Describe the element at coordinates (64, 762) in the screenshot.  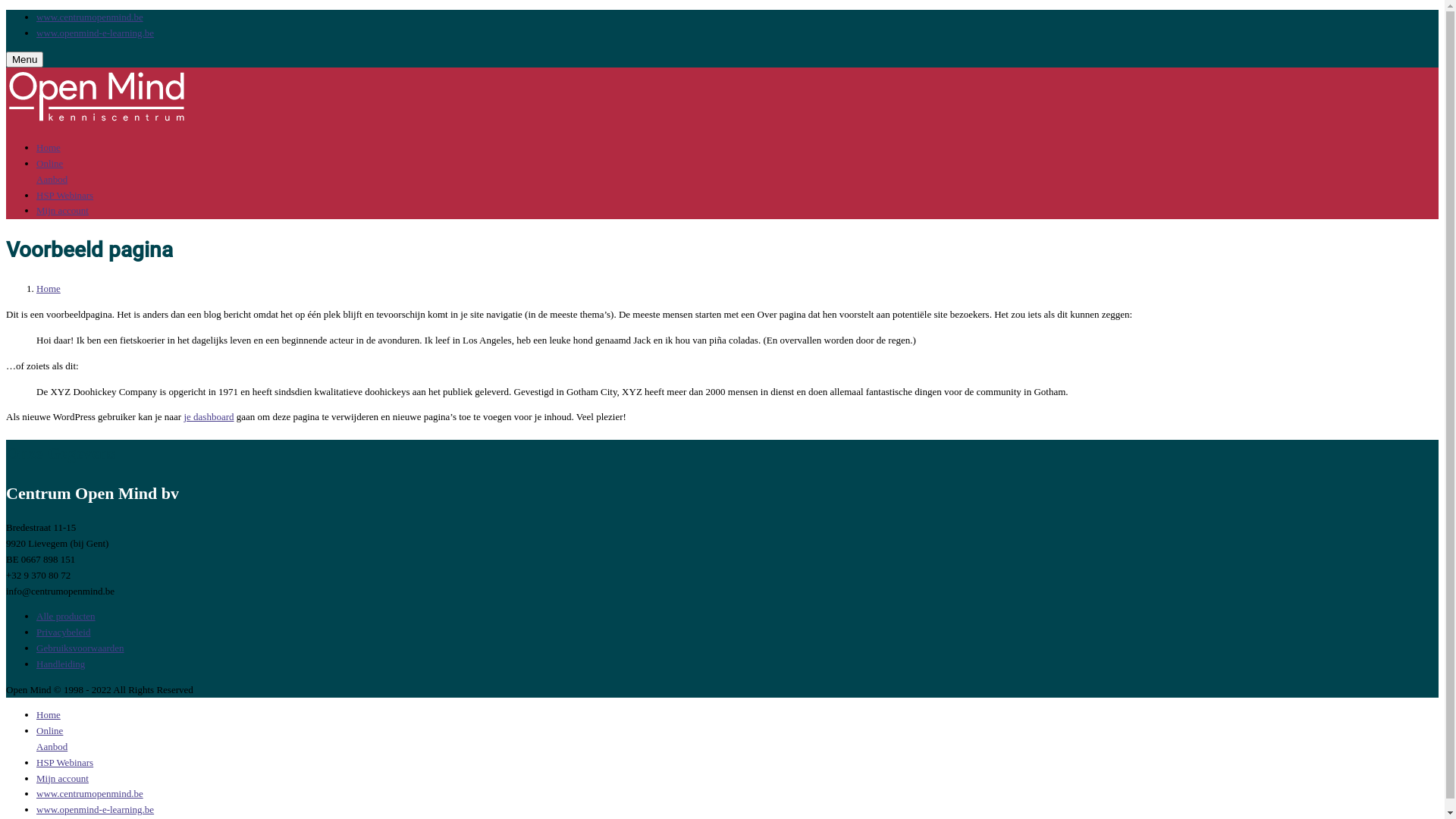
I see `'HSP Webinars'` at that location.